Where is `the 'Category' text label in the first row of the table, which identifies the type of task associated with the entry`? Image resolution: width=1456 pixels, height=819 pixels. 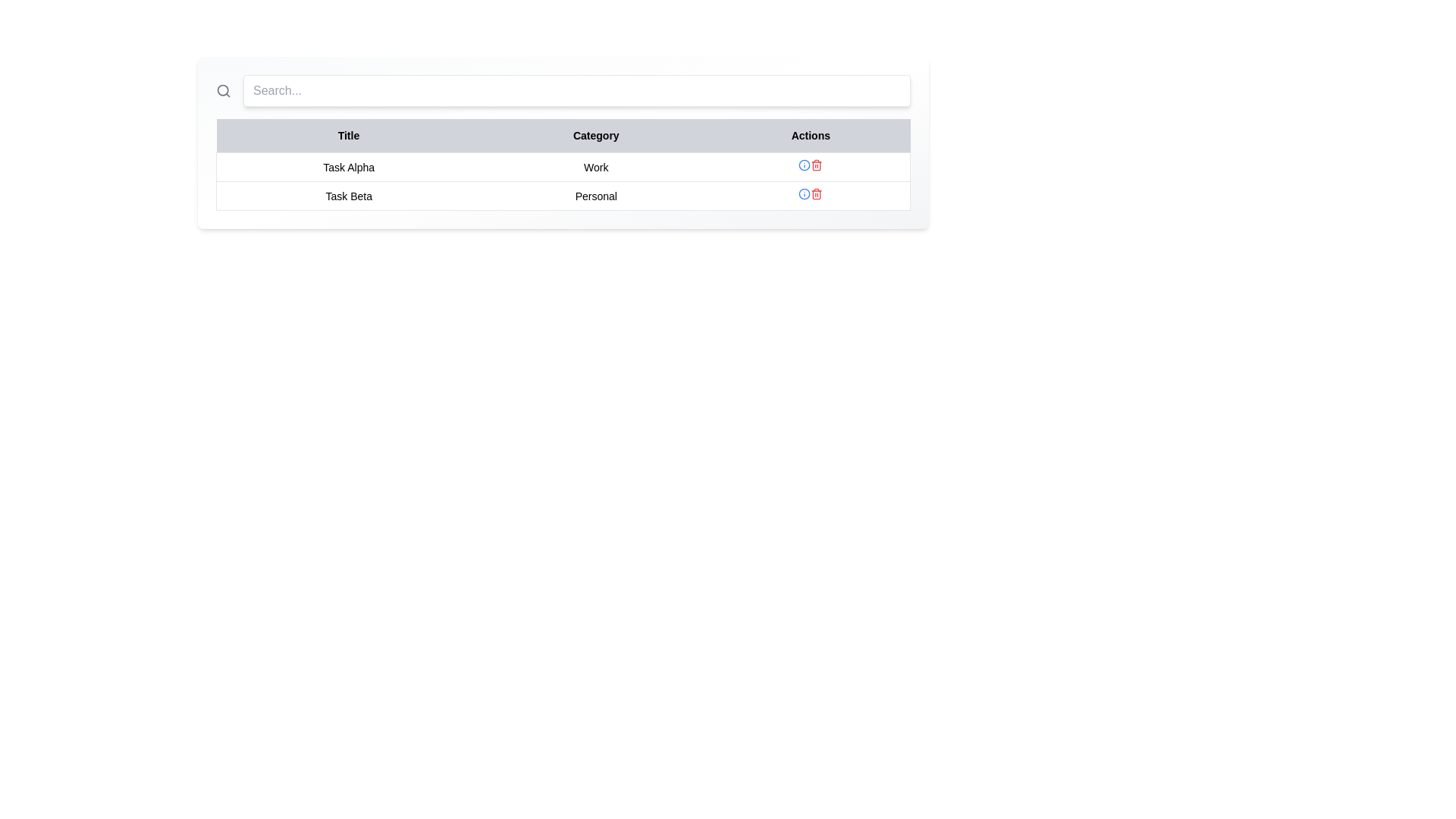
the 'Category' text label in the first row of the table, which identifies the type of task associated with the entry is located at coordinates (595, 167).